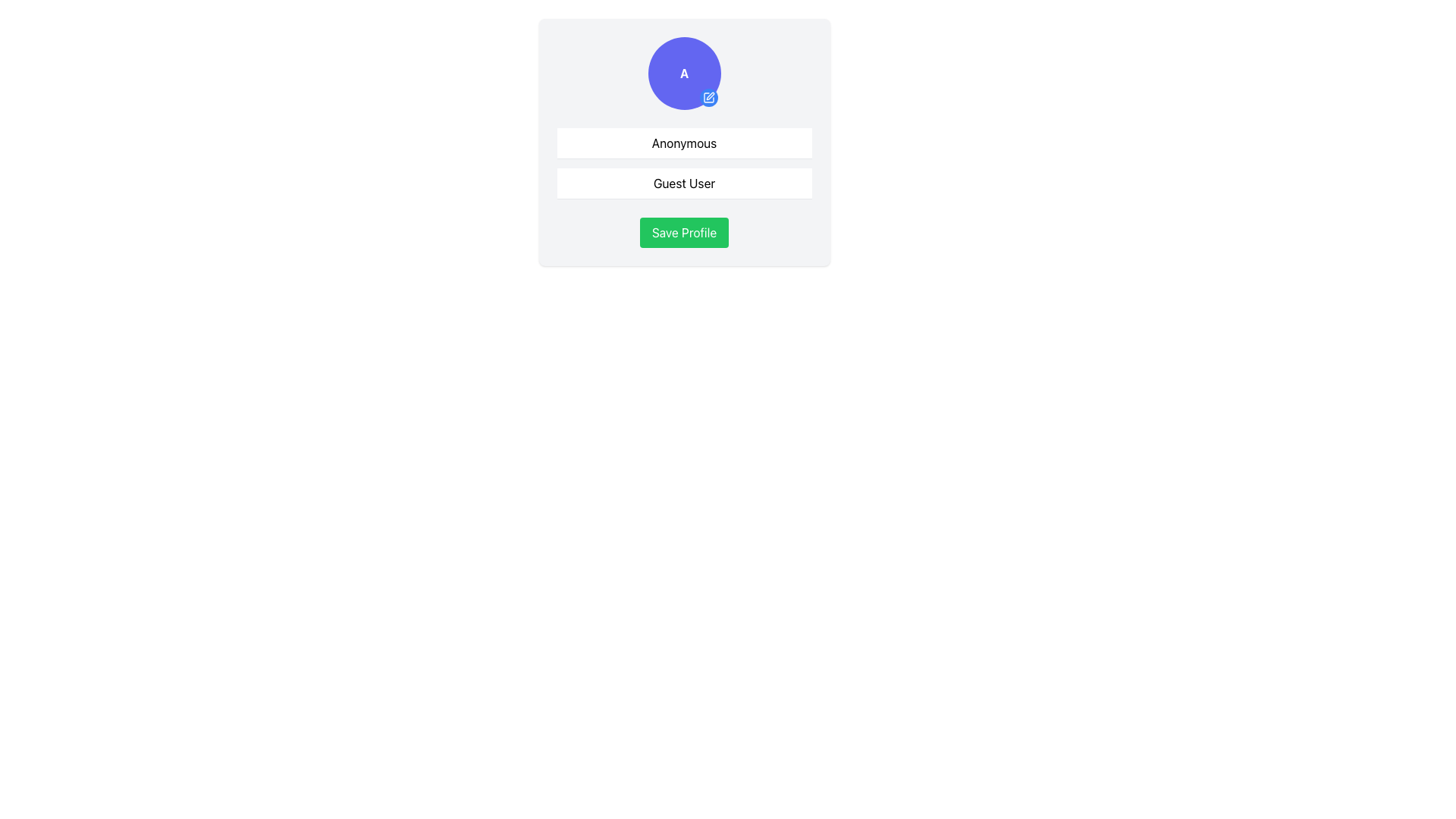 This screenshot has width=1456, height=819. I want to click on the pen-shaped icon for editing located at the top-right side of the purple circle containing an 'A', so click(709, 96).